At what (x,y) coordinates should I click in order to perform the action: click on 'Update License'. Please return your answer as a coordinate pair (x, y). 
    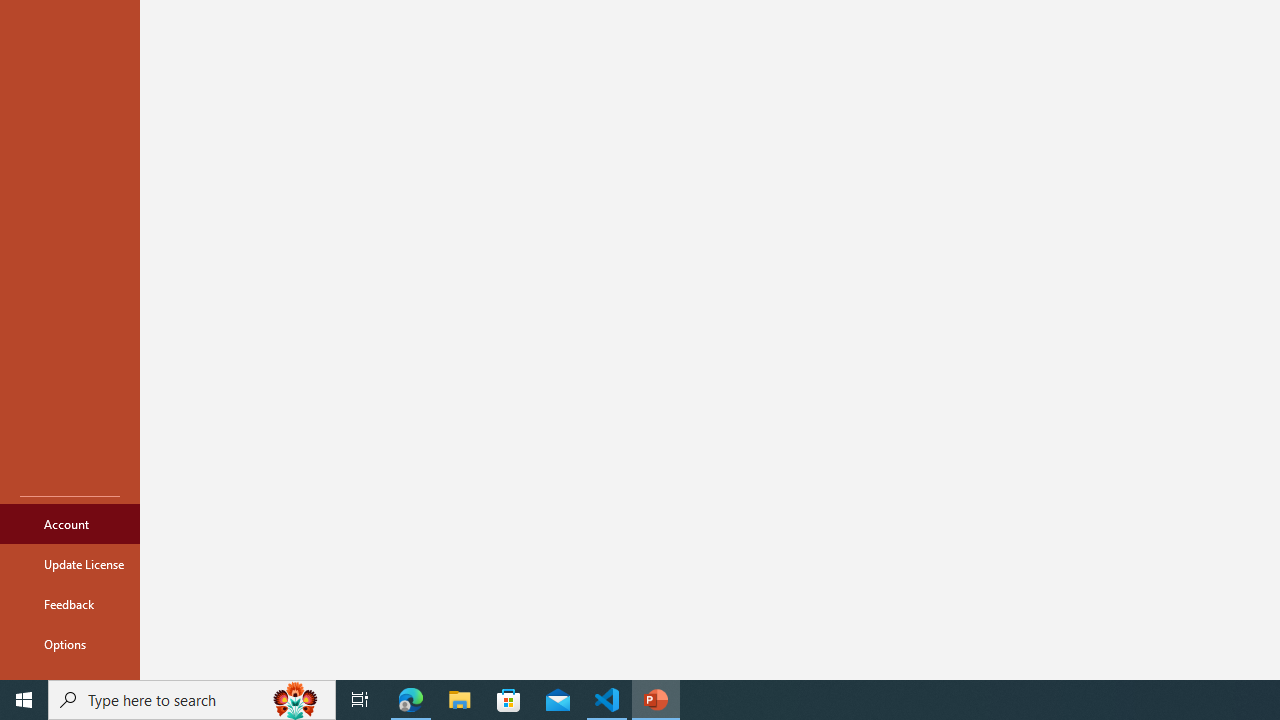
    Looking at the image, I should click on (69, 564).